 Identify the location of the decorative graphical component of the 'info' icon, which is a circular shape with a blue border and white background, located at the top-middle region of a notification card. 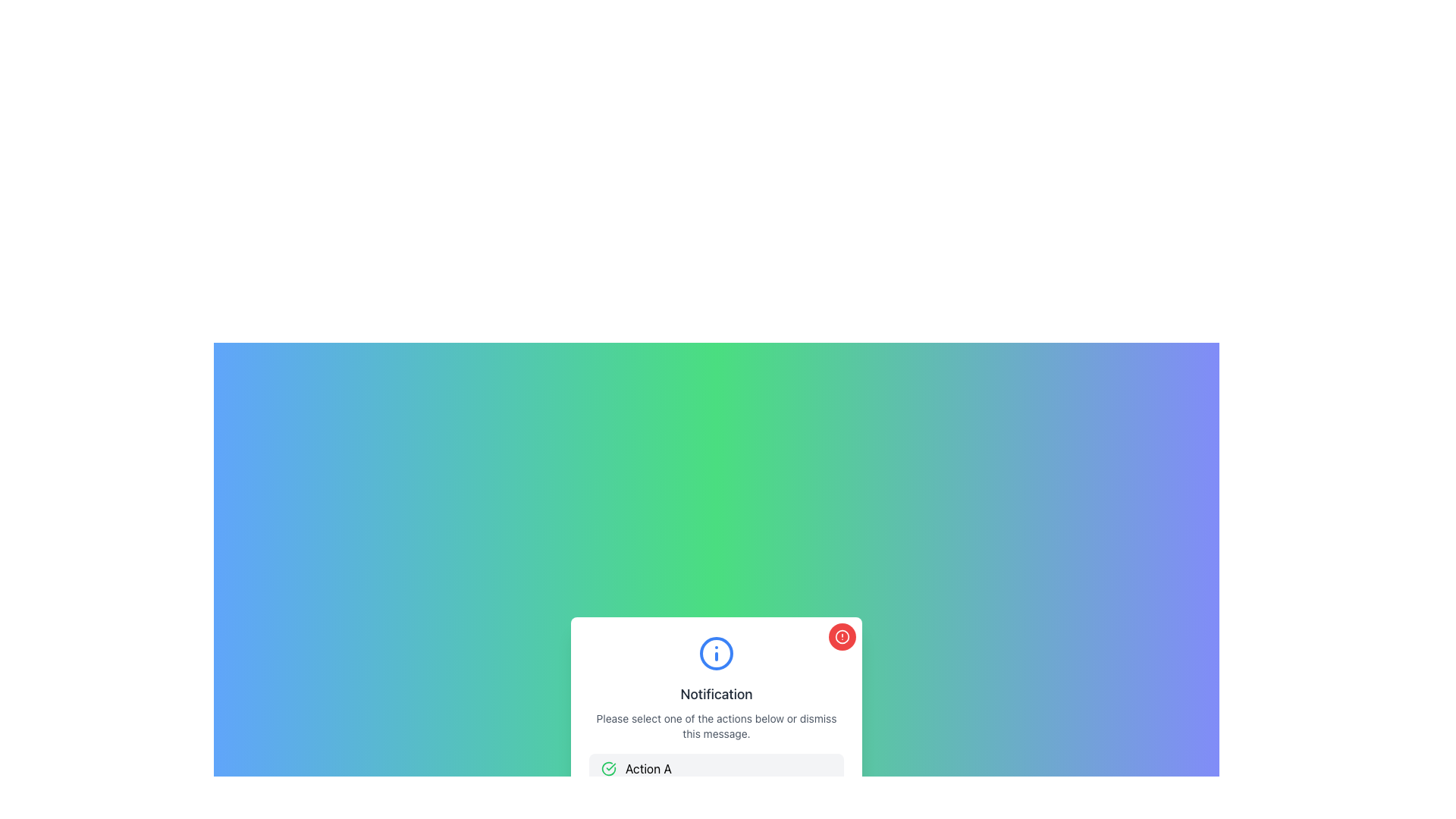
(716, 652).